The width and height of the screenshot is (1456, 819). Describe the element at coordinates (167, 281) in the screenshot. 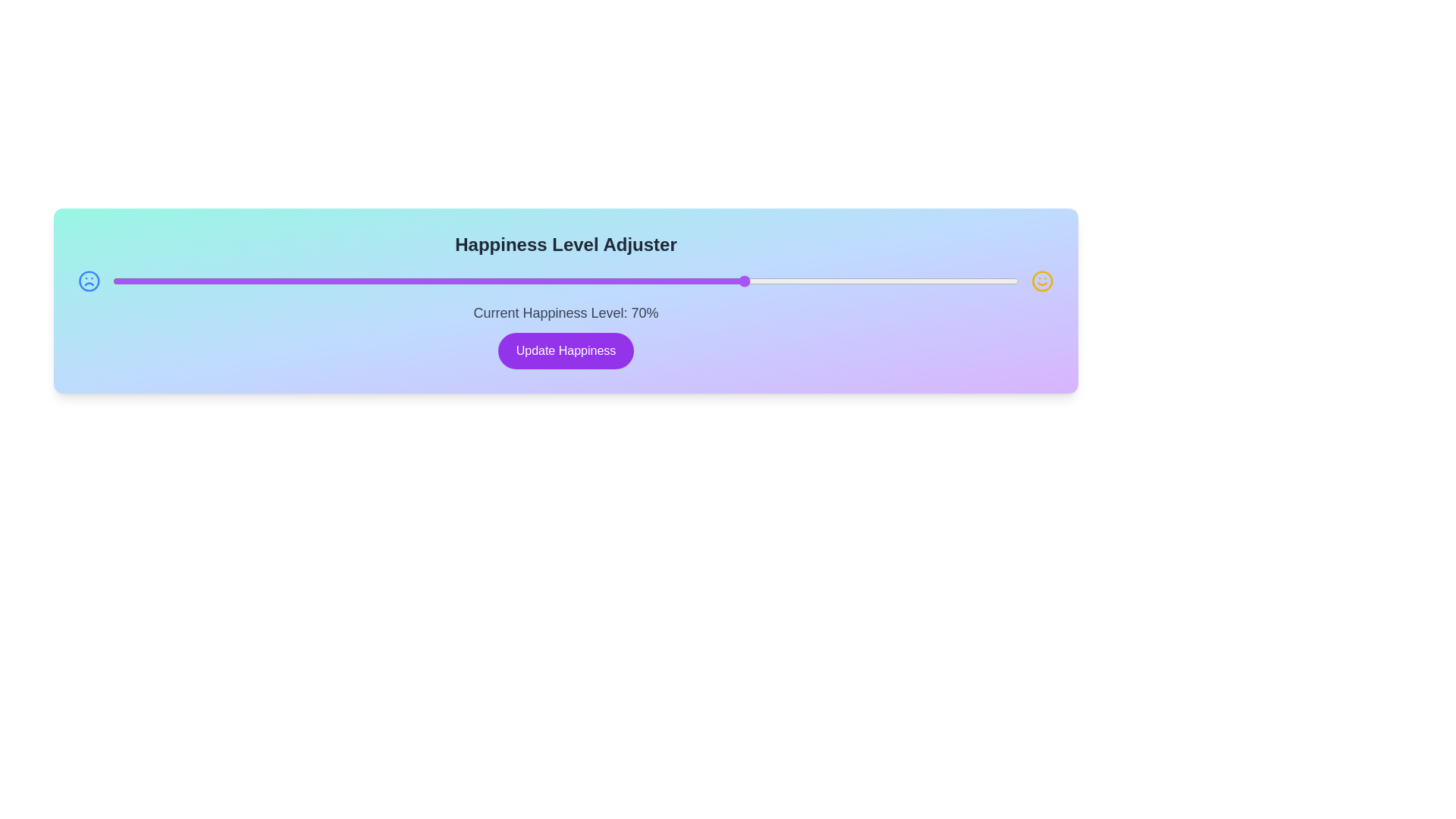

I see `the happiness level to 6% by moving the slider` at that location.